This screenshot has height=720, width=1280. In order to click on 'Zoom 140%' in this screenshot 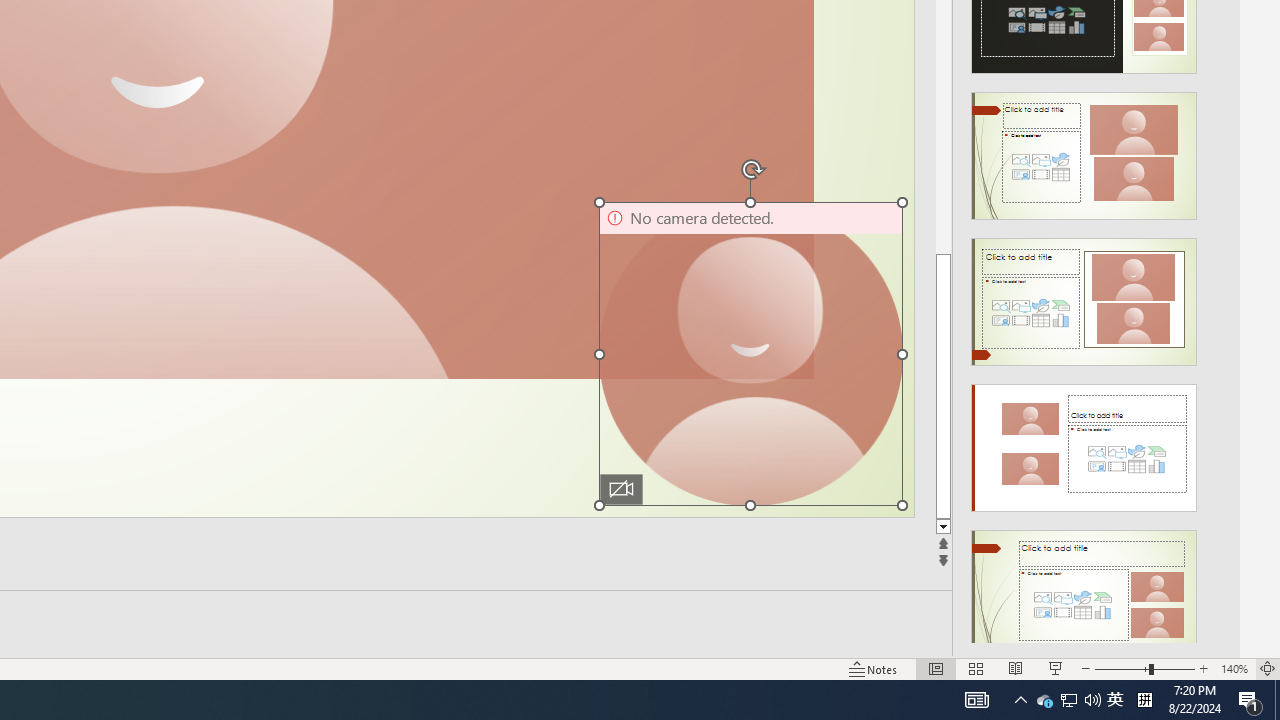, I will do `click(1233, 669)`.